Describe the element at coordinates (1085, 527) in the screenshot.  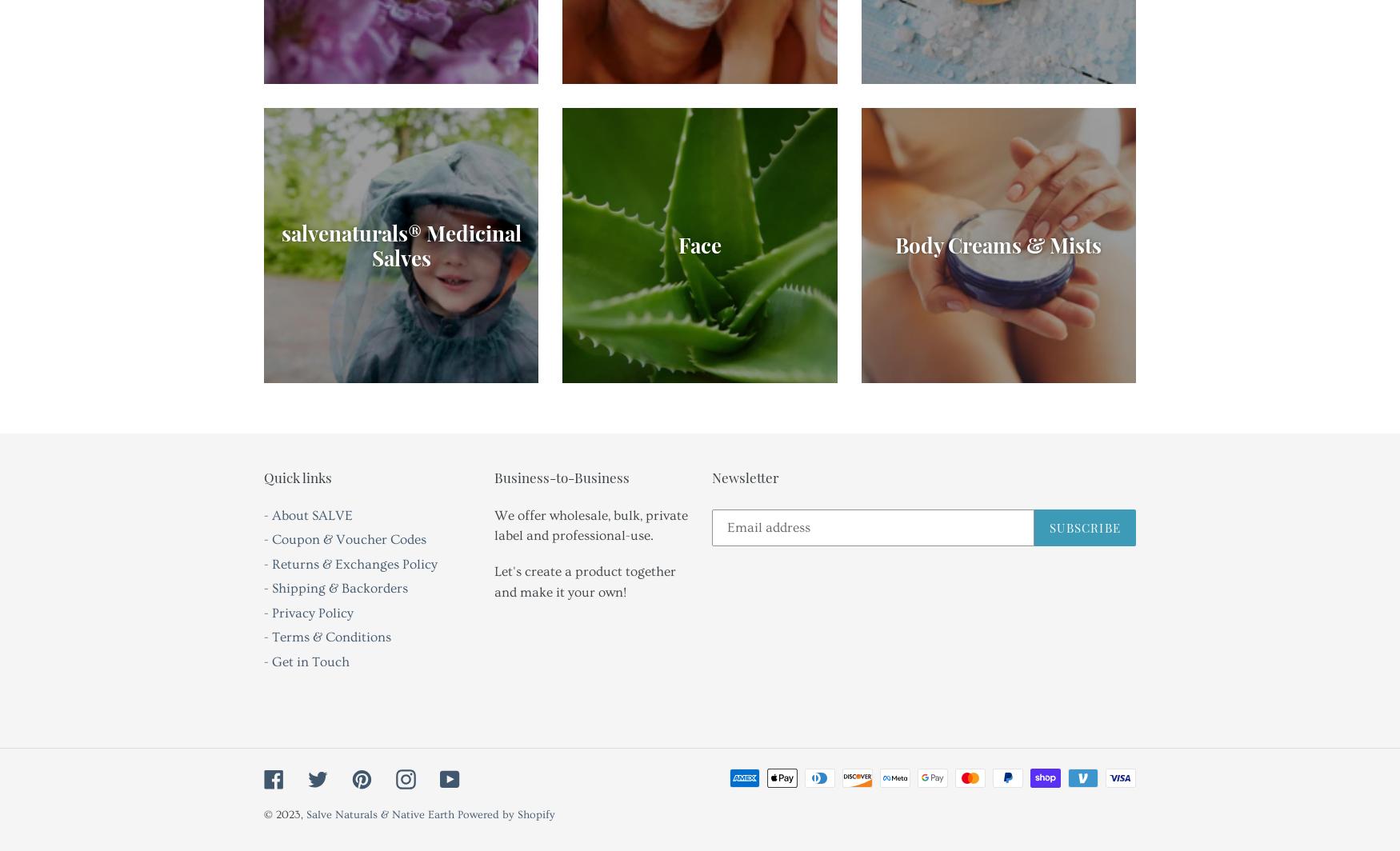
I see `'Subscribe'` at that location.